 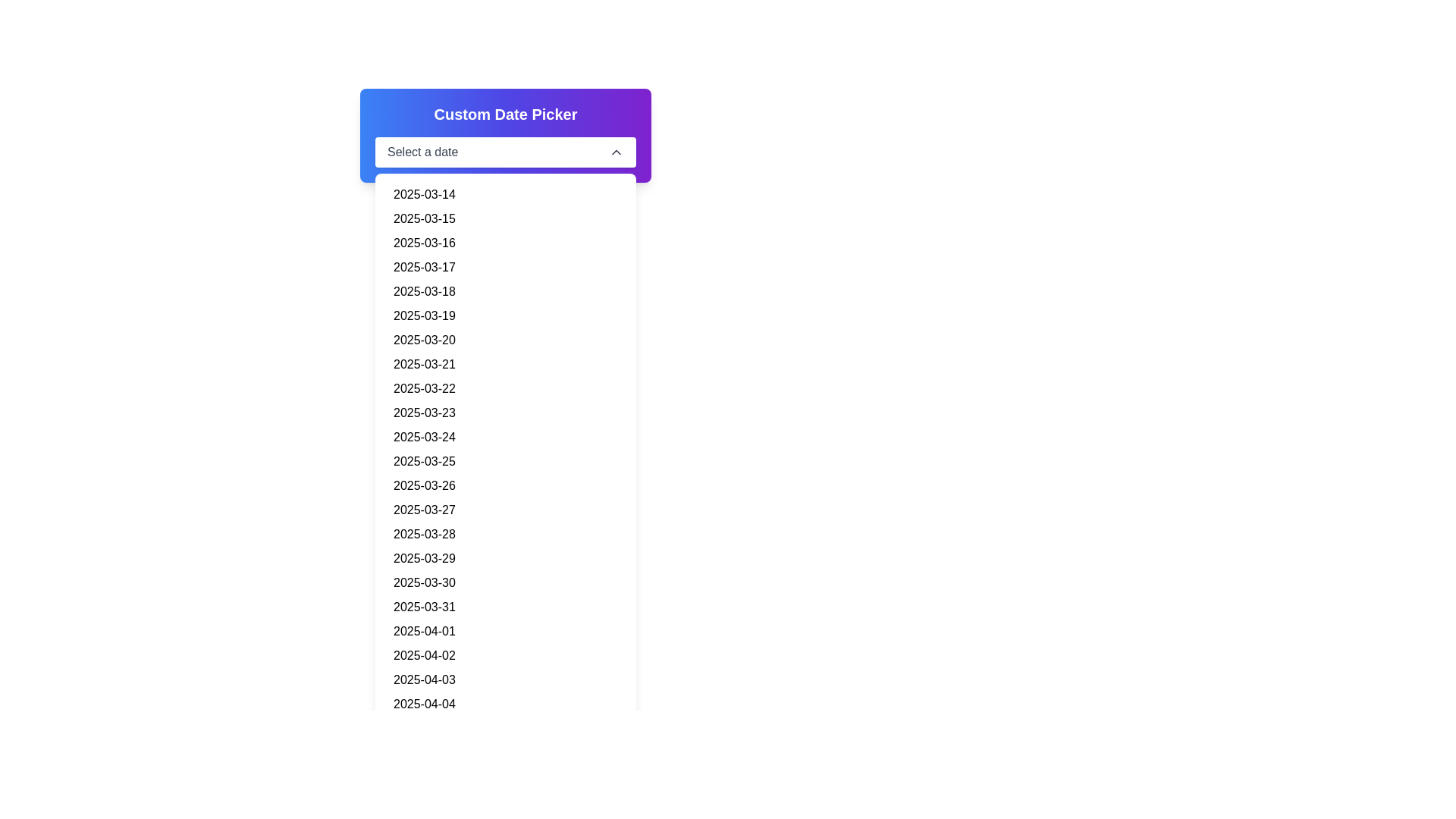 I want to click on the Text Label that serves as a heading for the date picker component, which is positioned at the top of the group component, directly above the 'Select a date' dropdown, so click(x=506, y=113).